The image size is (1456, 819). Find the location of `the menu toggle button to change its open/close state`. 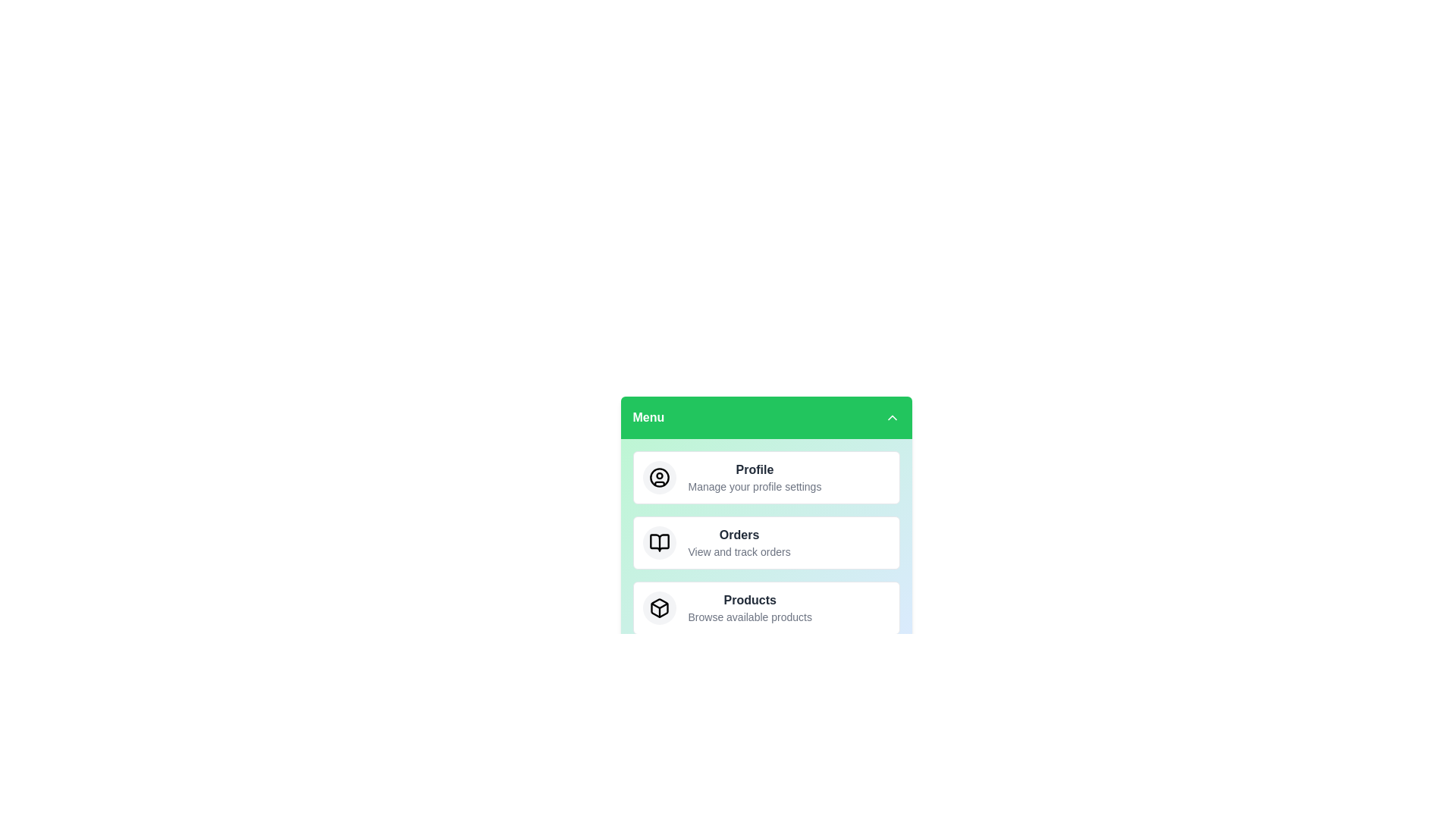

the menu toggle button to change its open/close state is located at coordinates (766, 418).